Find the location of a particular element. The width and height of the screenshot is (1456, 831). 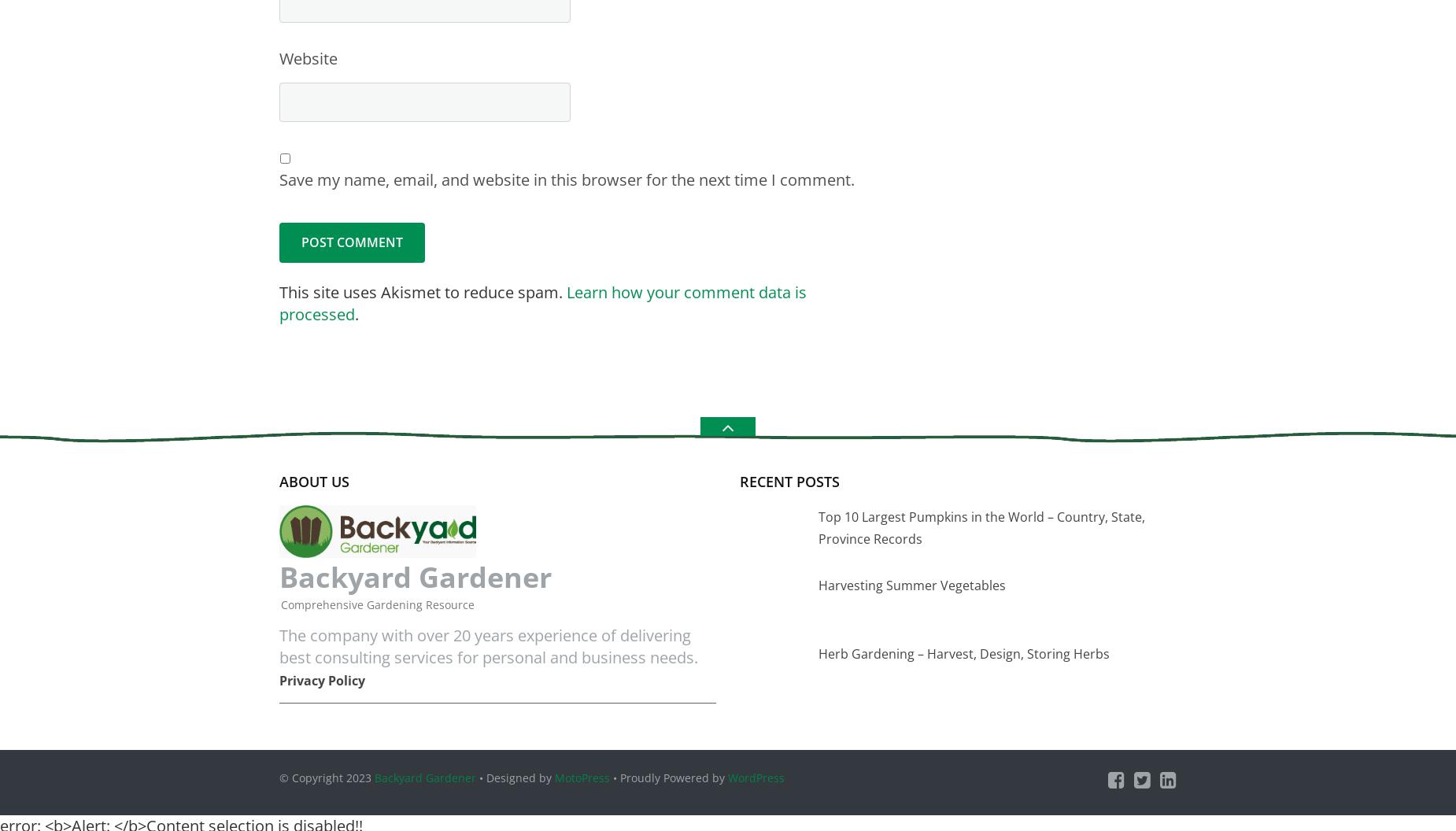

'Harvesting Summer Vegetables' is located at coordinates (911, 584).